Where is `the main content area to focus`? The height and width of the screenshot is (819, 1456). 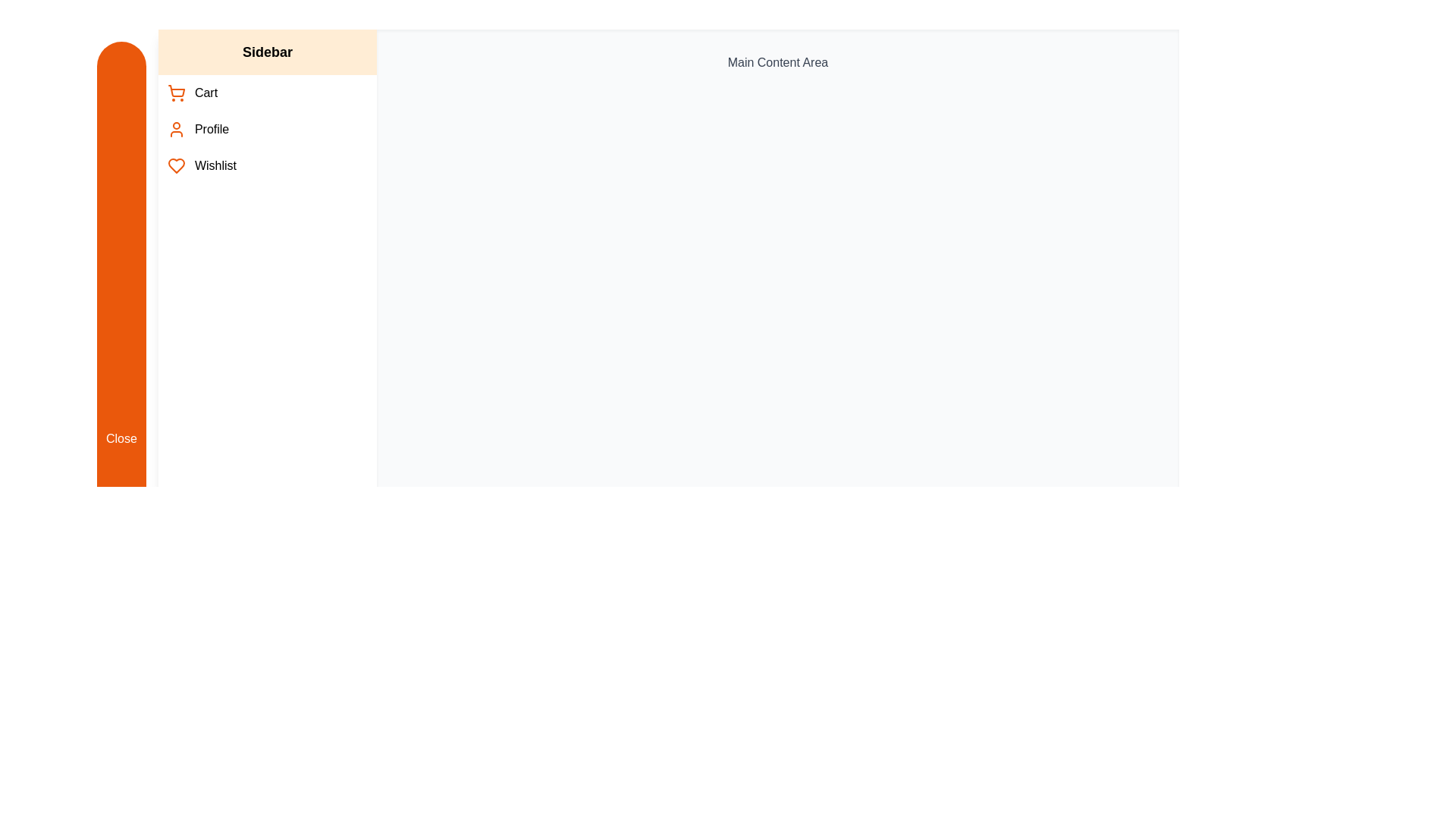 the main content area to focus is located at coordinates (777, 438).